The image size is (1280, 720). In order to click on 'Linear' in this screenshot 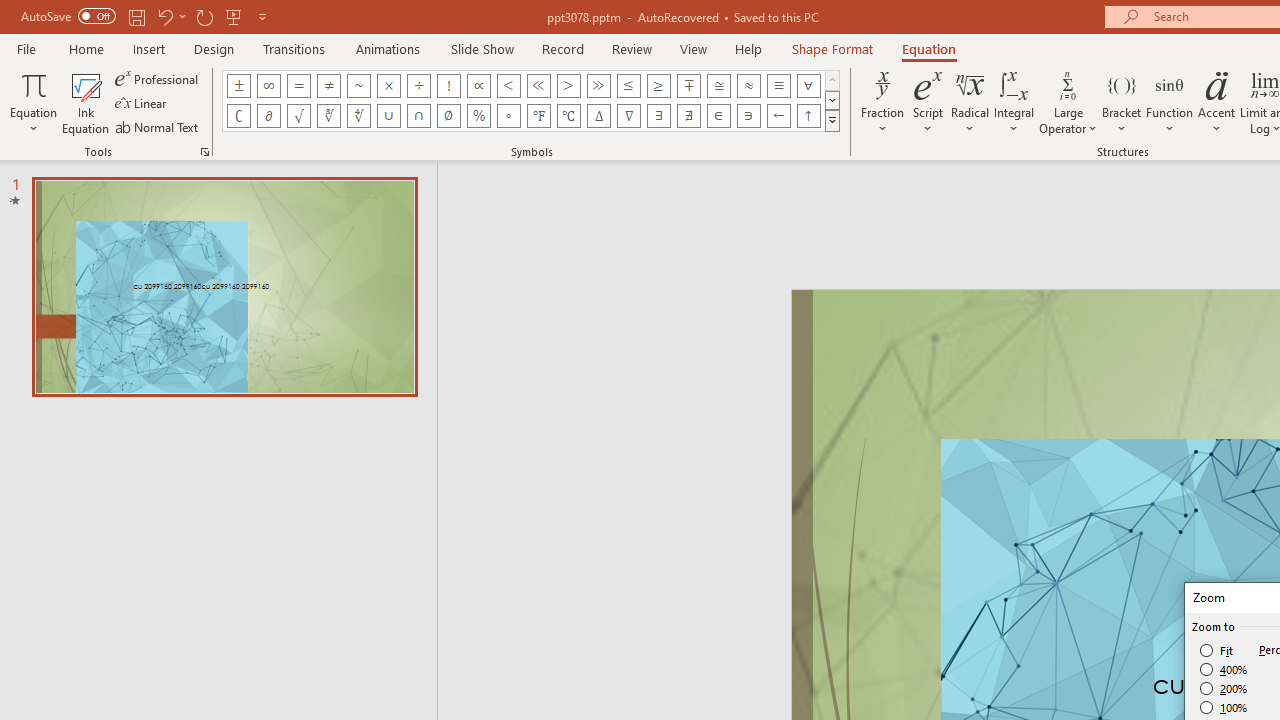, I will do `click(141, 103)`.